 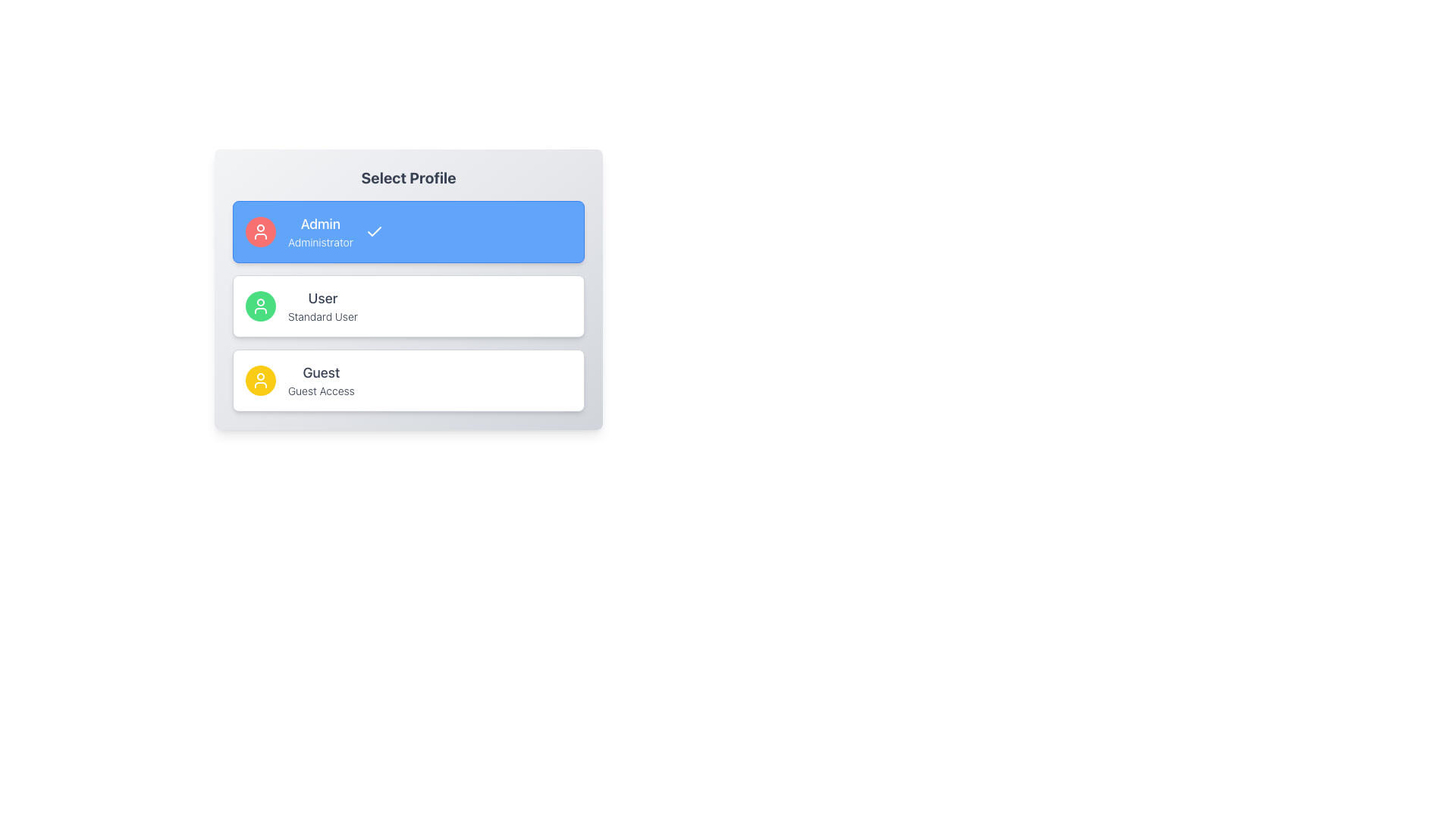 I want to click on the circular icon with a yellow background, so click(x=261, y=379).